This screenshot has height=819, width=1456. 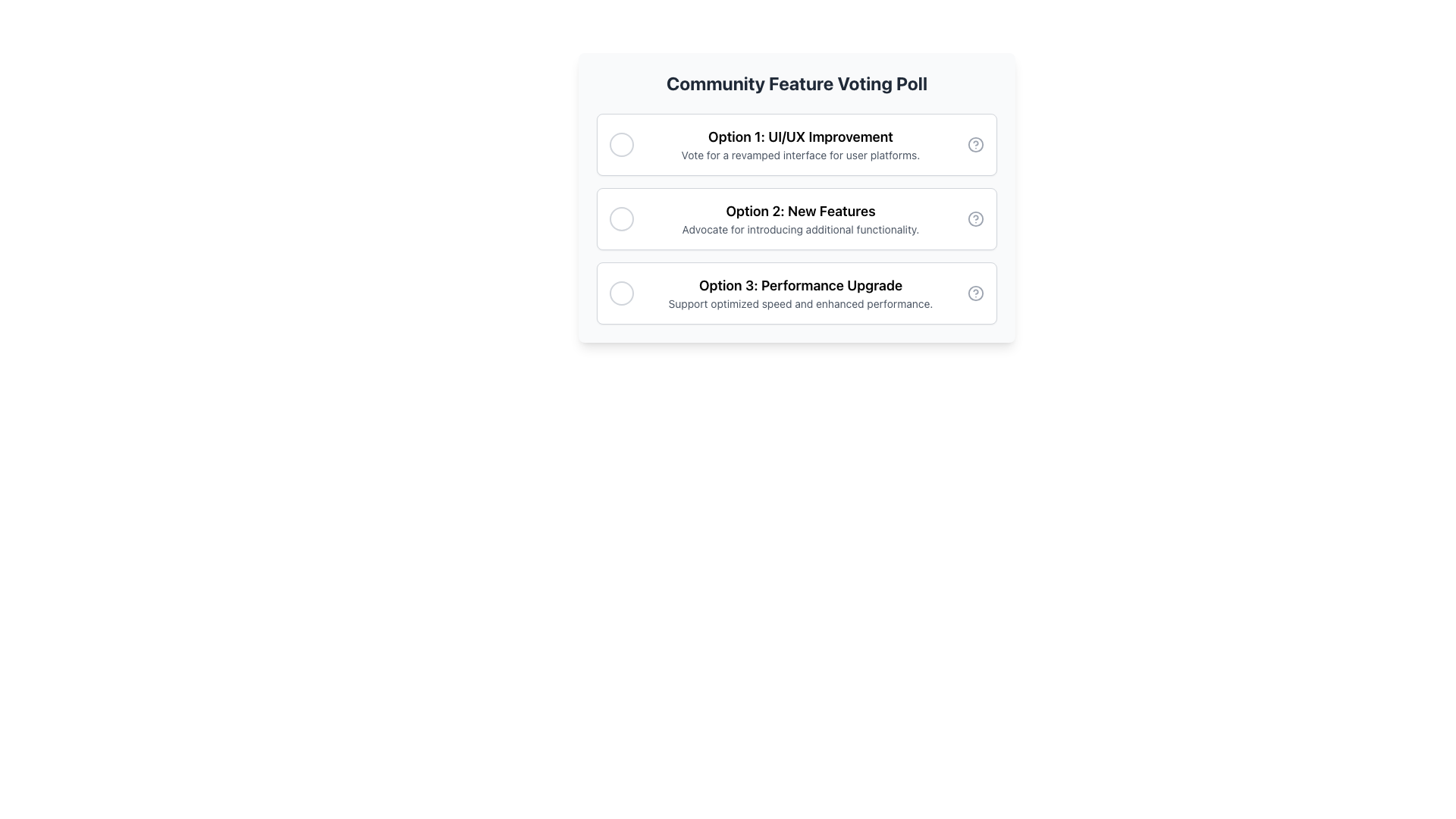 I want to click on the unselected Radio button for 'Option 1: UI/UX Improvement', so click(x=622, y=145).